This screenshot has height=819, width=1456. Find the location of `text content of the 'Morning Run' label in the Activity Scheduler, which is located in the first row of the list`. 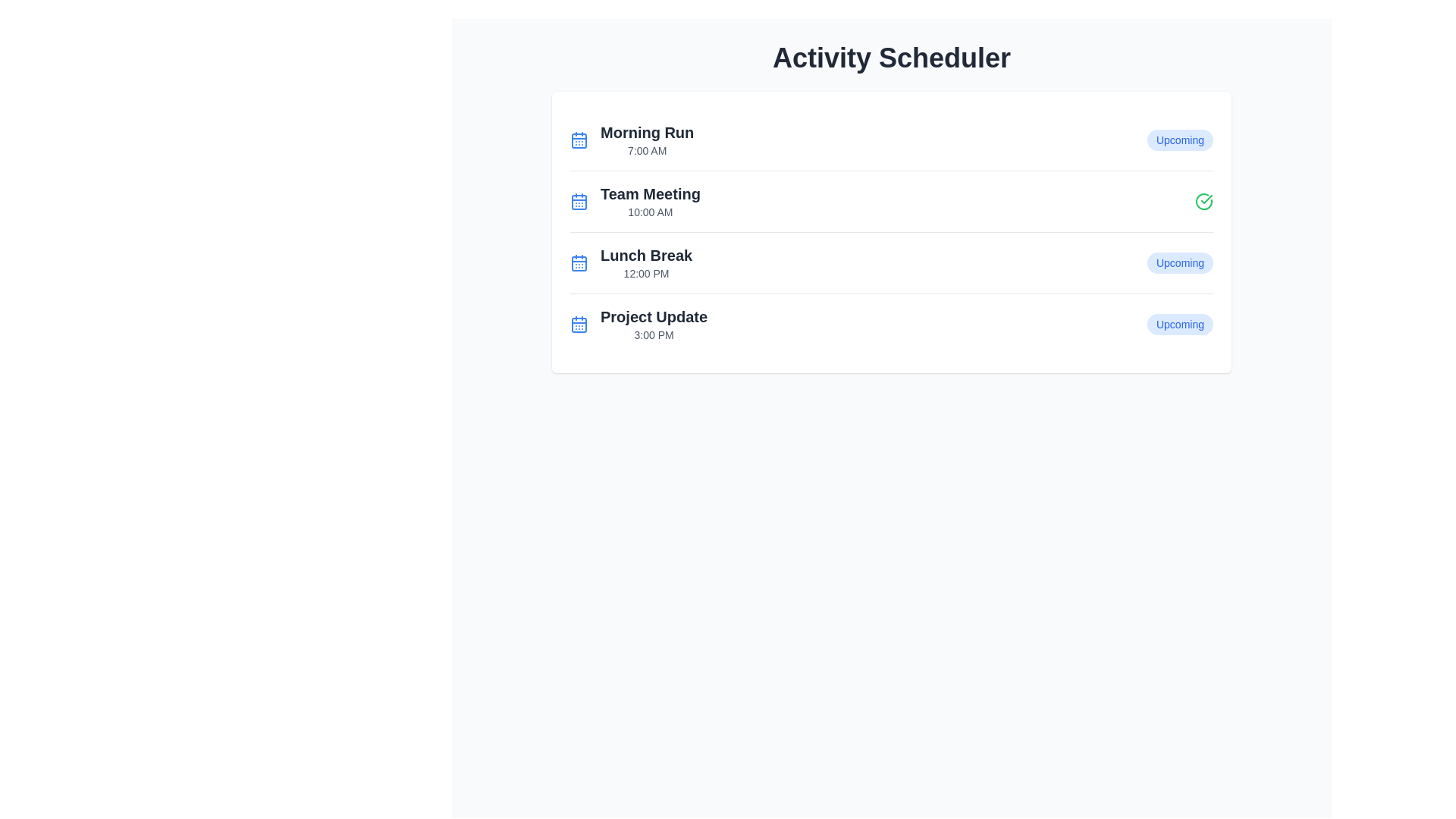

text content of the 'Morning Run' label in the Activity Scheduler, which is located in the first row of the list is located at coordinates (647, 131).